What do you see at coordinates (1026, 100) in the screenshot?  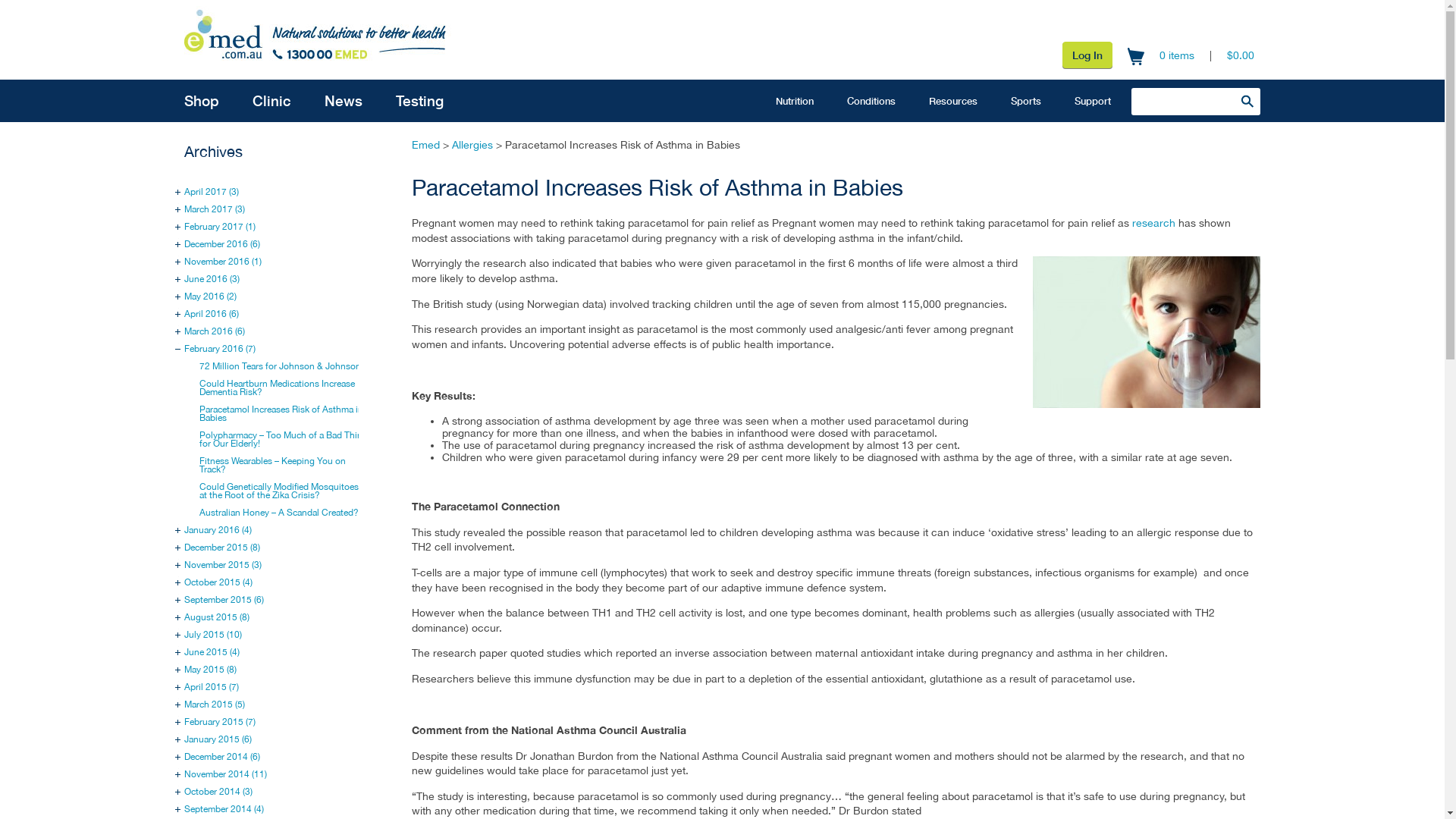 I see `'Sports'` at bounding box center [1026, 100].